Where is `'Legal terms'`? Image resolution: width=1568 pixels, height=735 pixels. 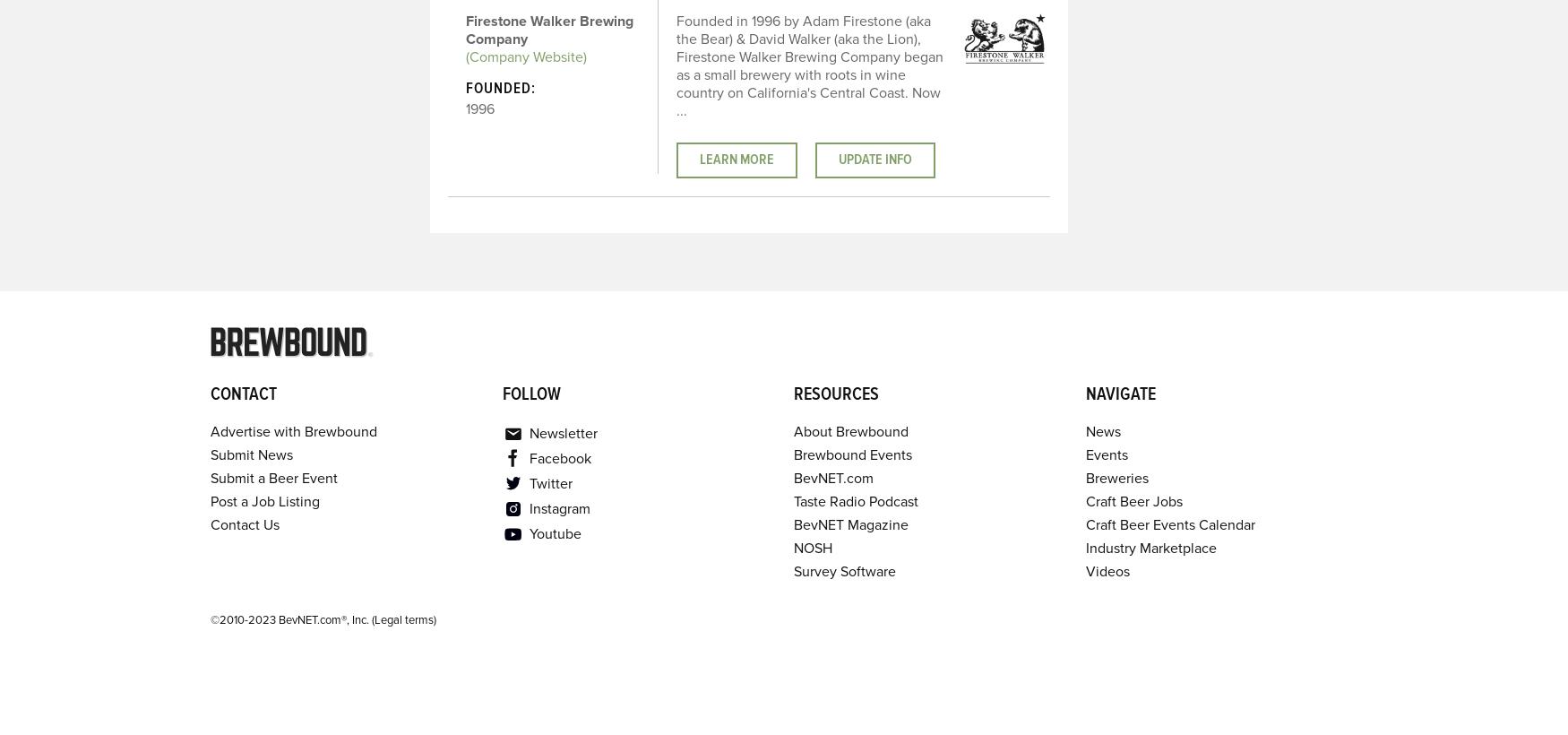
'Legal terms' is located at coordinates (403, 619).